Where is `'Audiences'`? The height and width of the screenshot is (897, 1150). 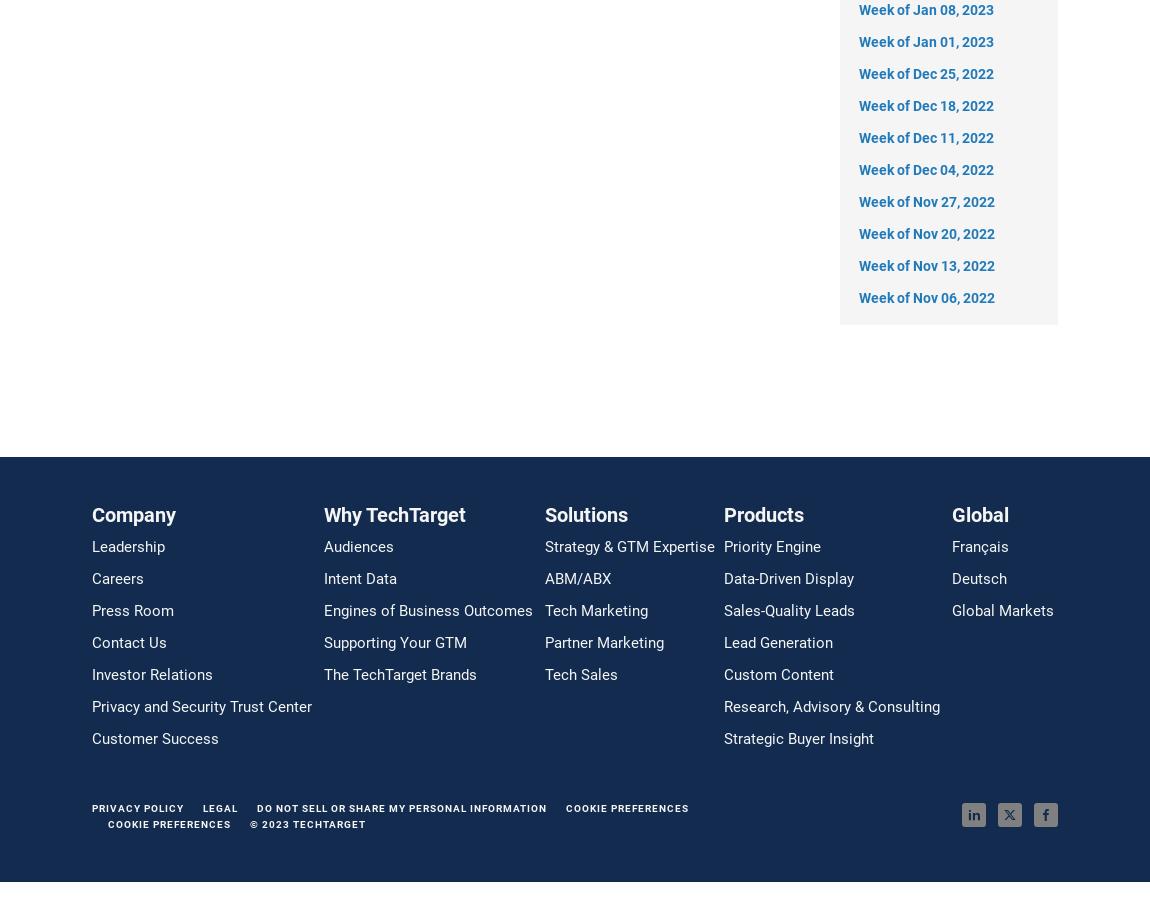 'Audiences' is located at coordinates (323, 546).